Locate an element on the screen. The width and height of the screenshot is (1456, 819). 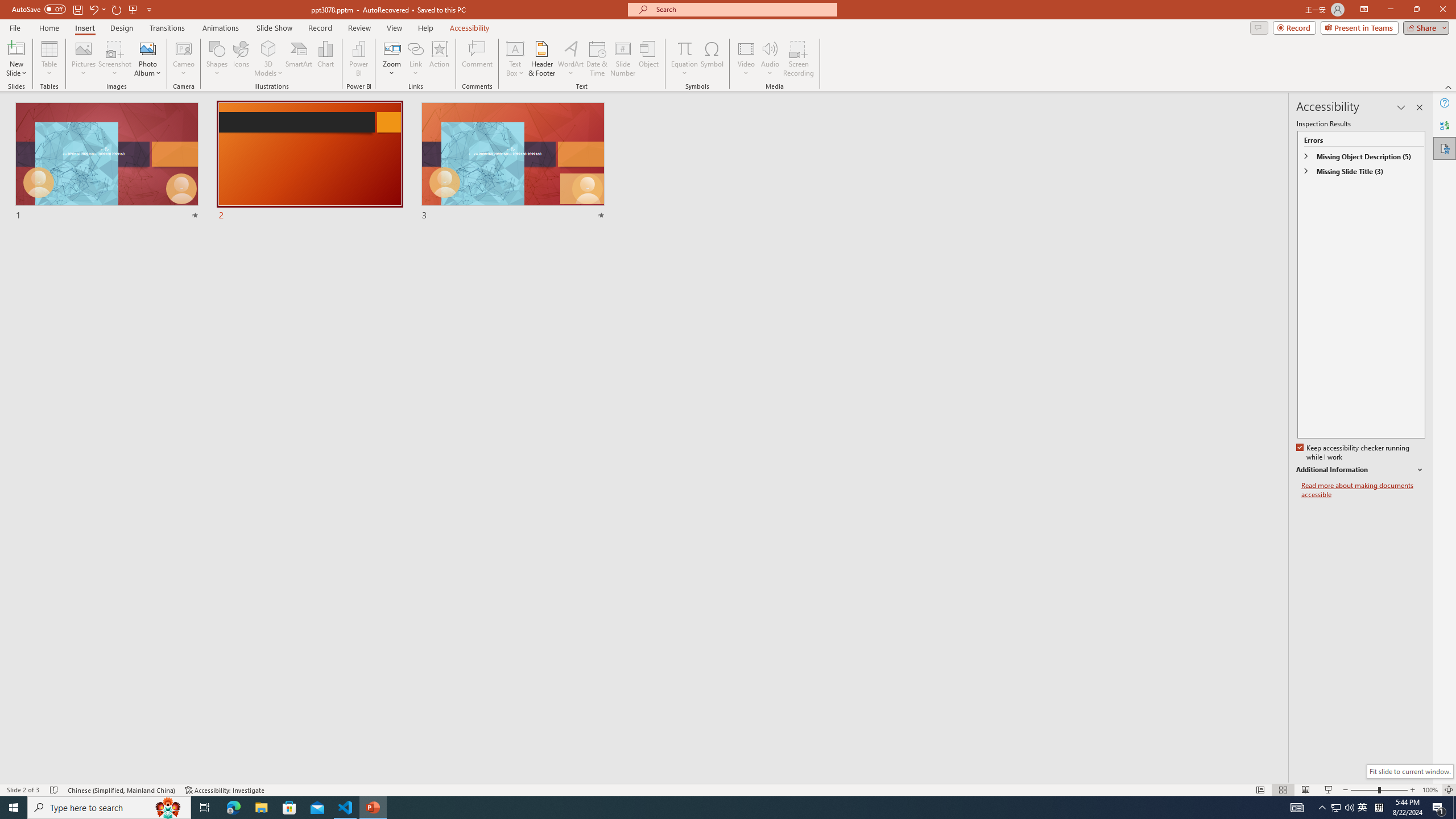
'Design' is located at coordinates (122, 28).